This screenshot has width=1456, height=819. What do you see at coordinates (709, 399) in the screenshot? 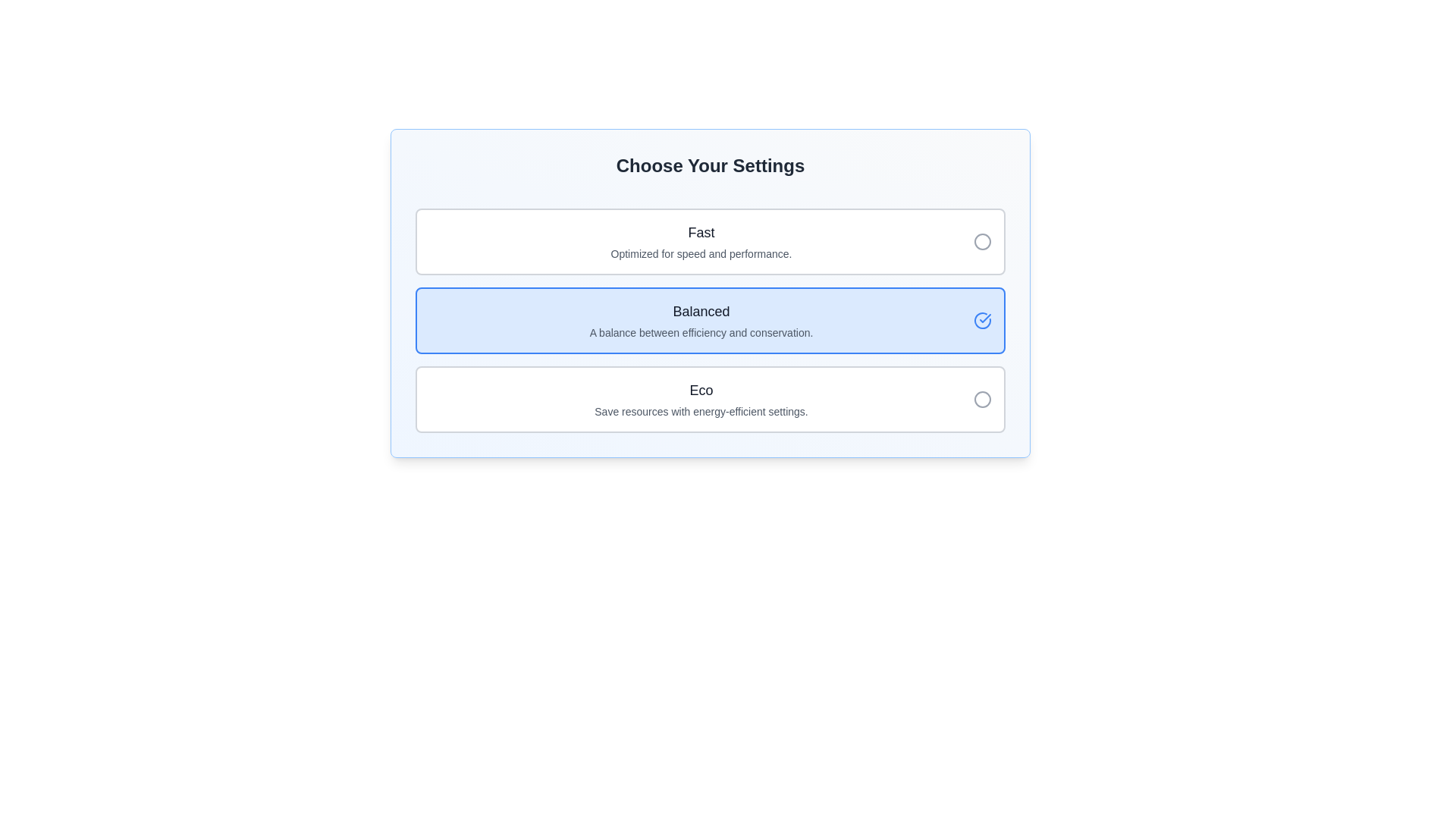
I see `the 'Eco' selectable option, which is styled with a white background and gray border, located in the third position under the 'Choose Your Settings' label` at bounding box center [709, 399].